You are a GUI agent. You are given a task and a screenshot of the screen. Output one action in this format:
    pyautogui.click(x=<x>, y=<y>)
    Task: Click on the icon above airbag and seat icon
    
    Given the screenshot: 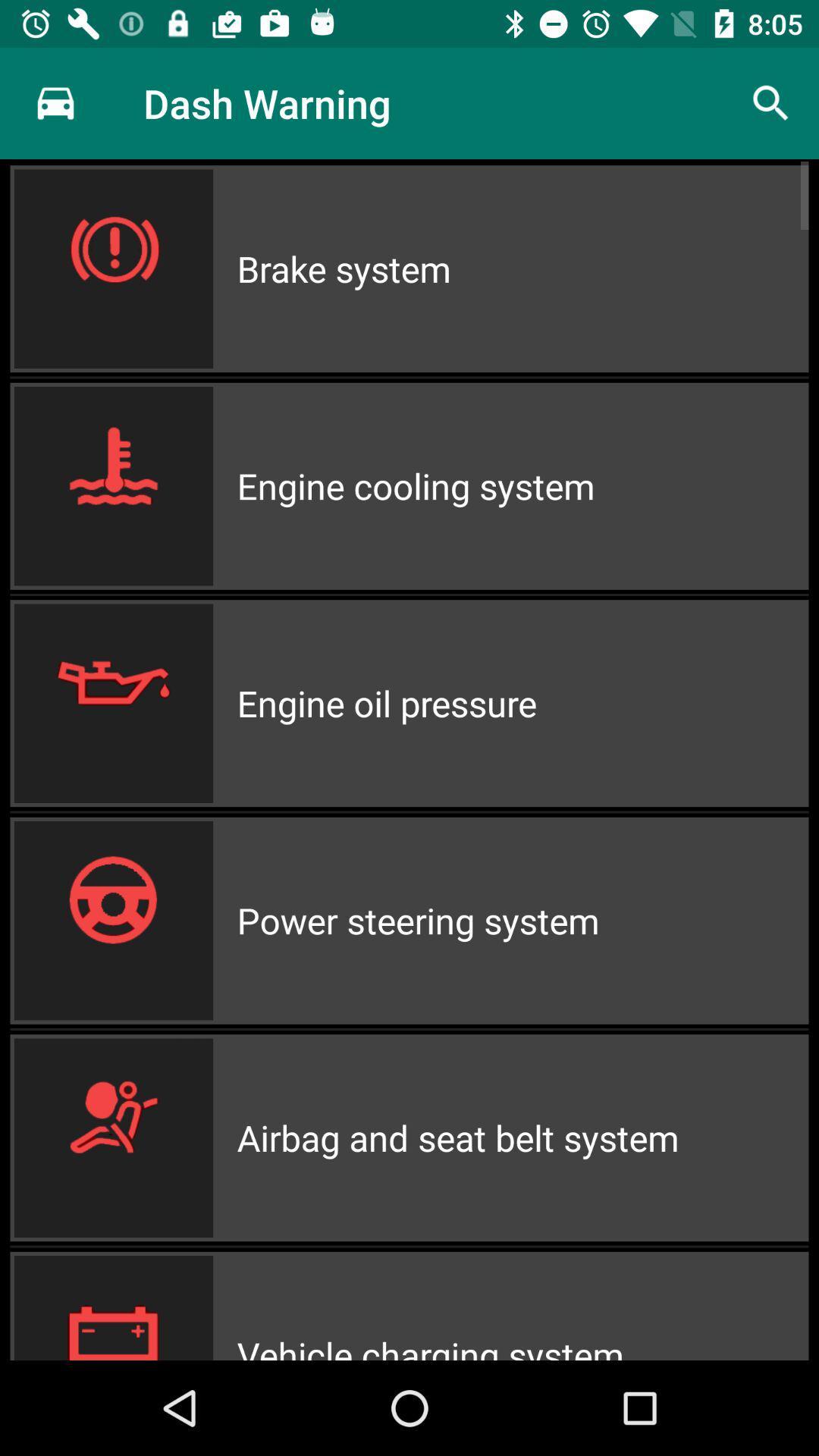 What is the action you would take?
    pyautogui.click(x=522, y=920)
    